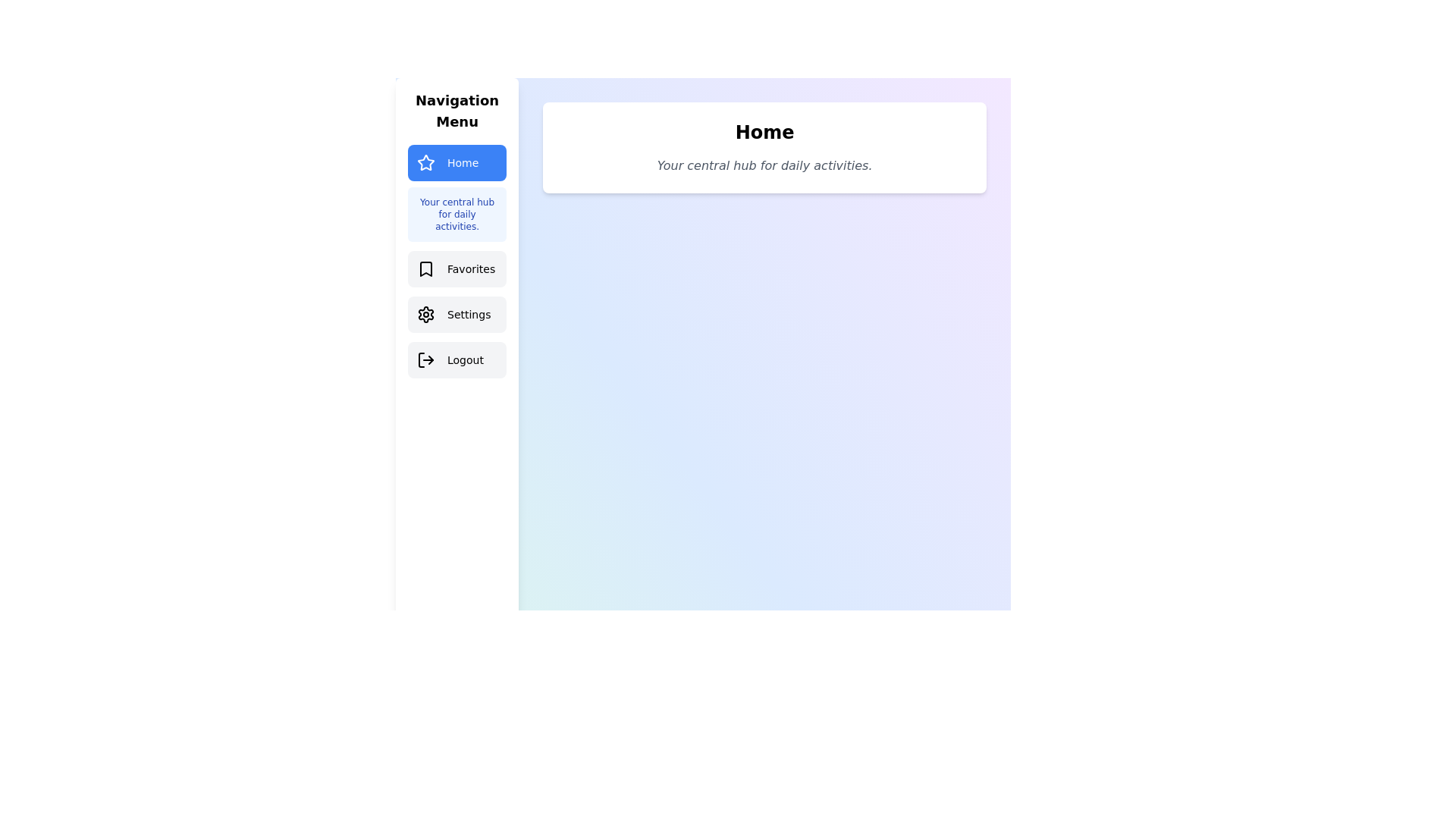 The image size is (1456, 819). Describe the element at coordinates (457, 359) in the screenshot. I see `the Logout tab from the navigation menu` at that location.